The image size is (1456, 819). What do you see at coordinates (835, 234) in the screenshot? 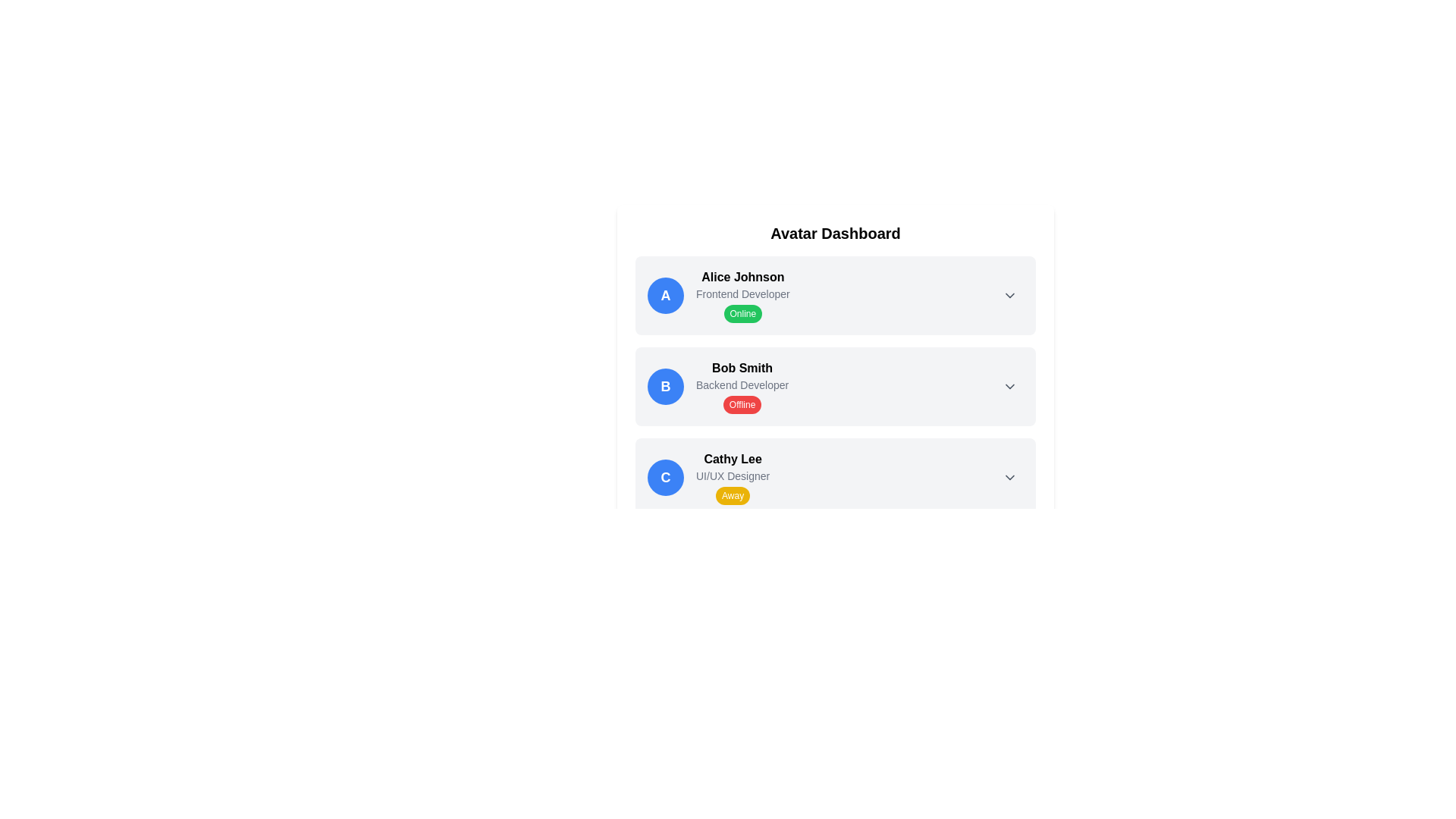
I see `the static text label that serves as the header for the 'Avatar Dashboard' section` at bounding box center [835, 234].